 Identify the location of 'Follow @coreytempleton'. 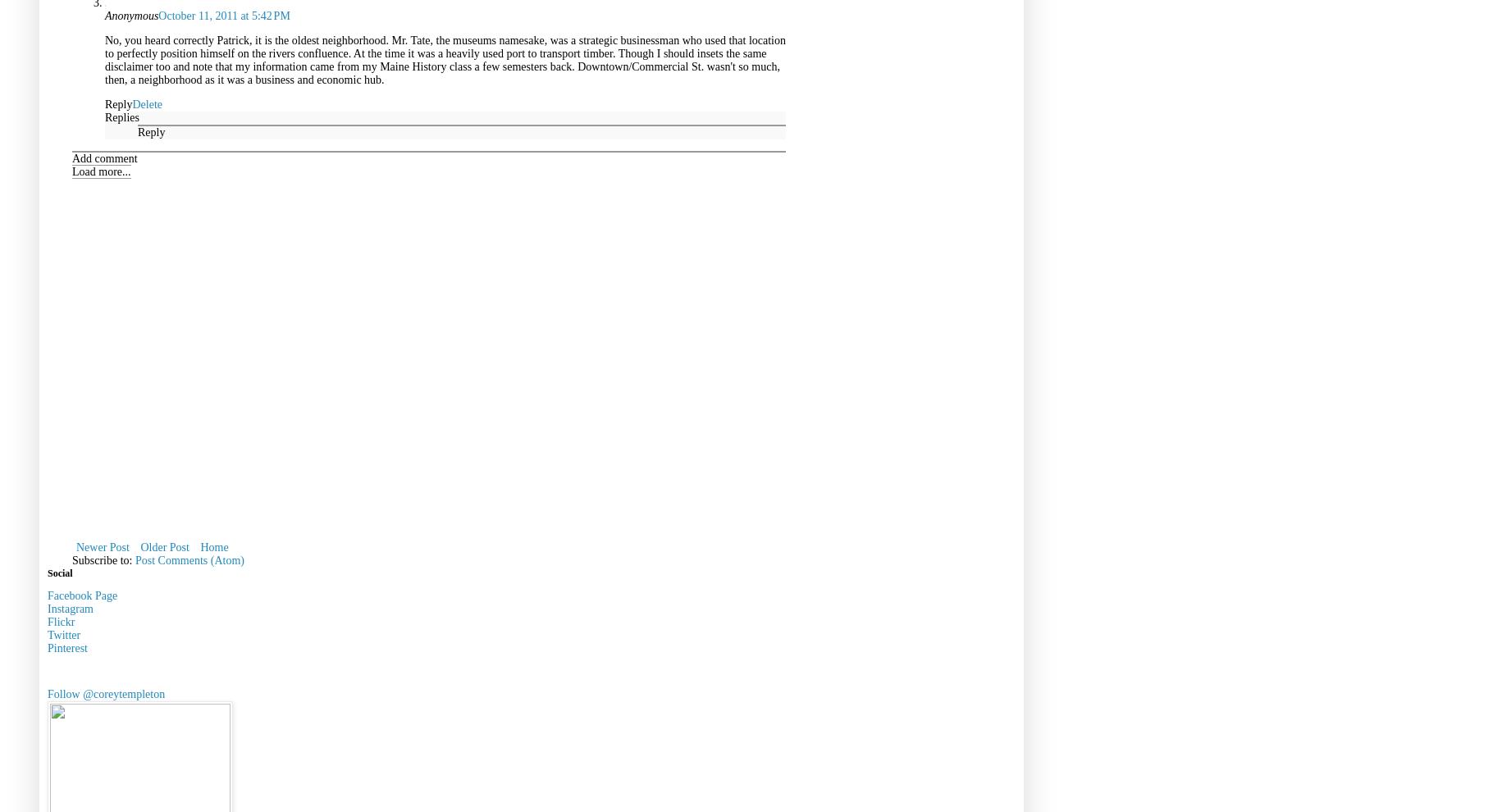
(47, 693).